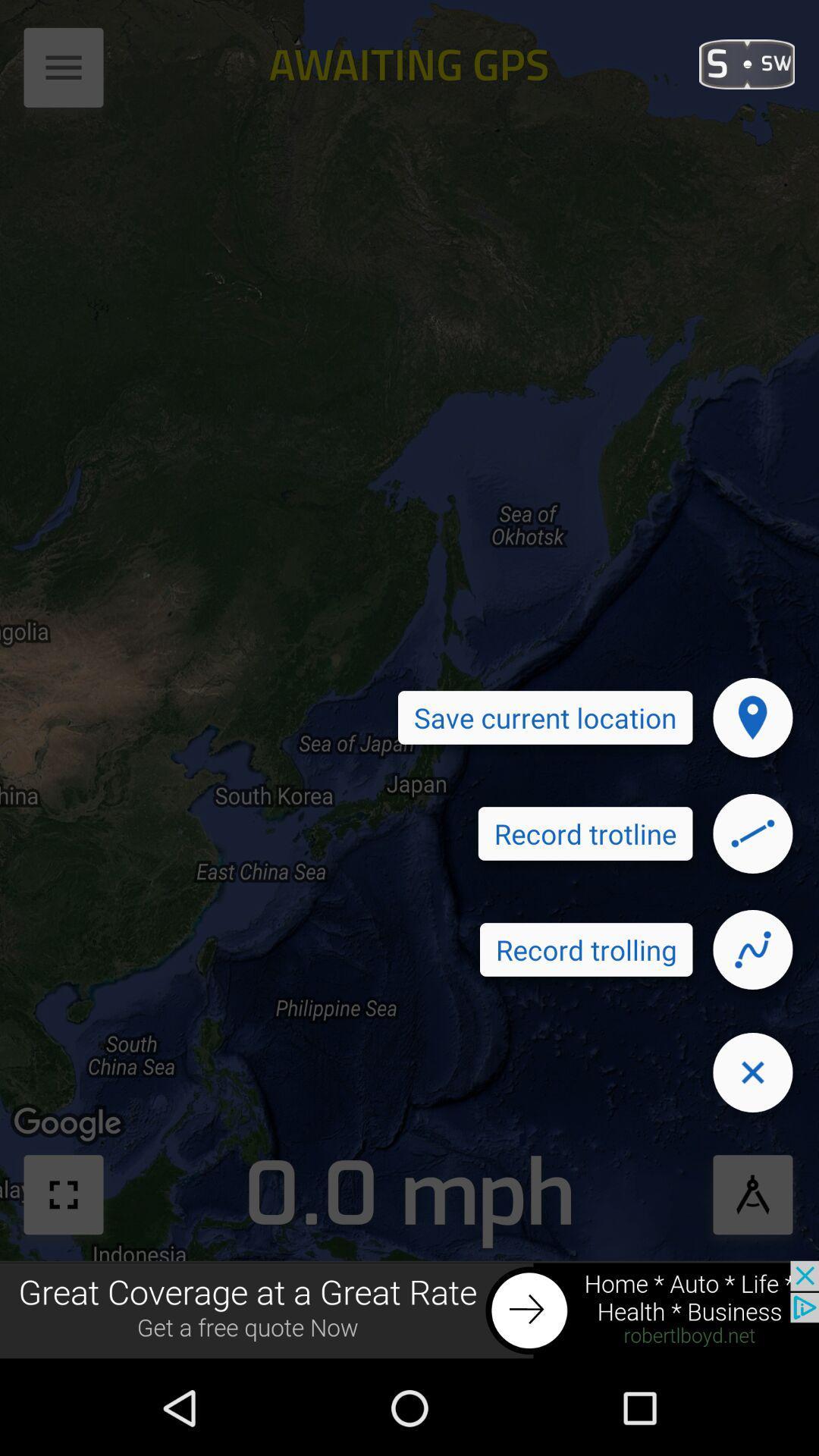 The image size is (819, 1456). What do you see at coordinates (64, 72) in the screenshot?
I see `the button which is at the top left corner of the page` at bounding box center [64, 72].